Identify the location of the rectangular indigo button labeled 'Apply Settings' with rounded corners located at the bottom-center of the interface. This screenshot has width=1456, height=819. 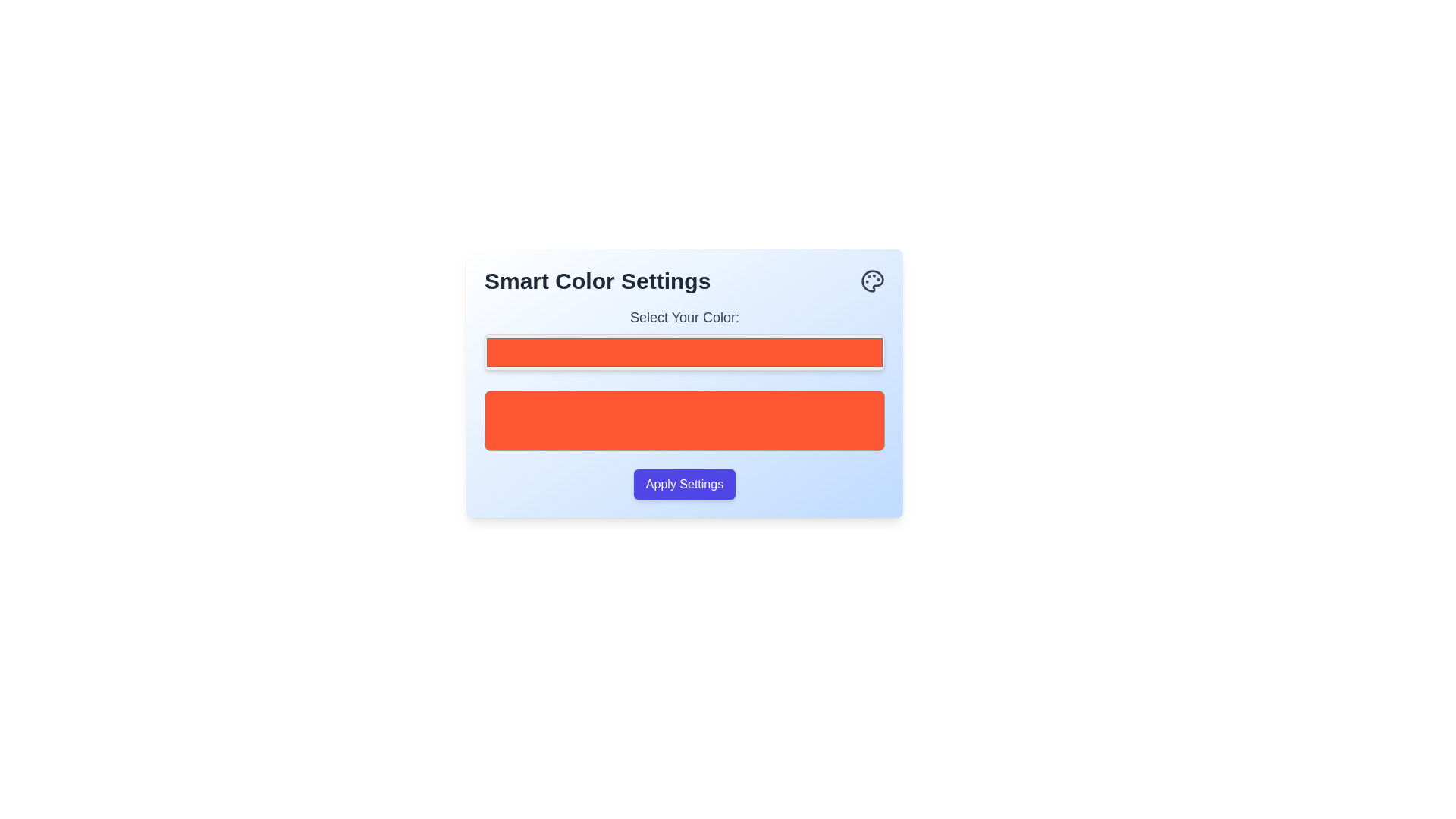
(683, 485).